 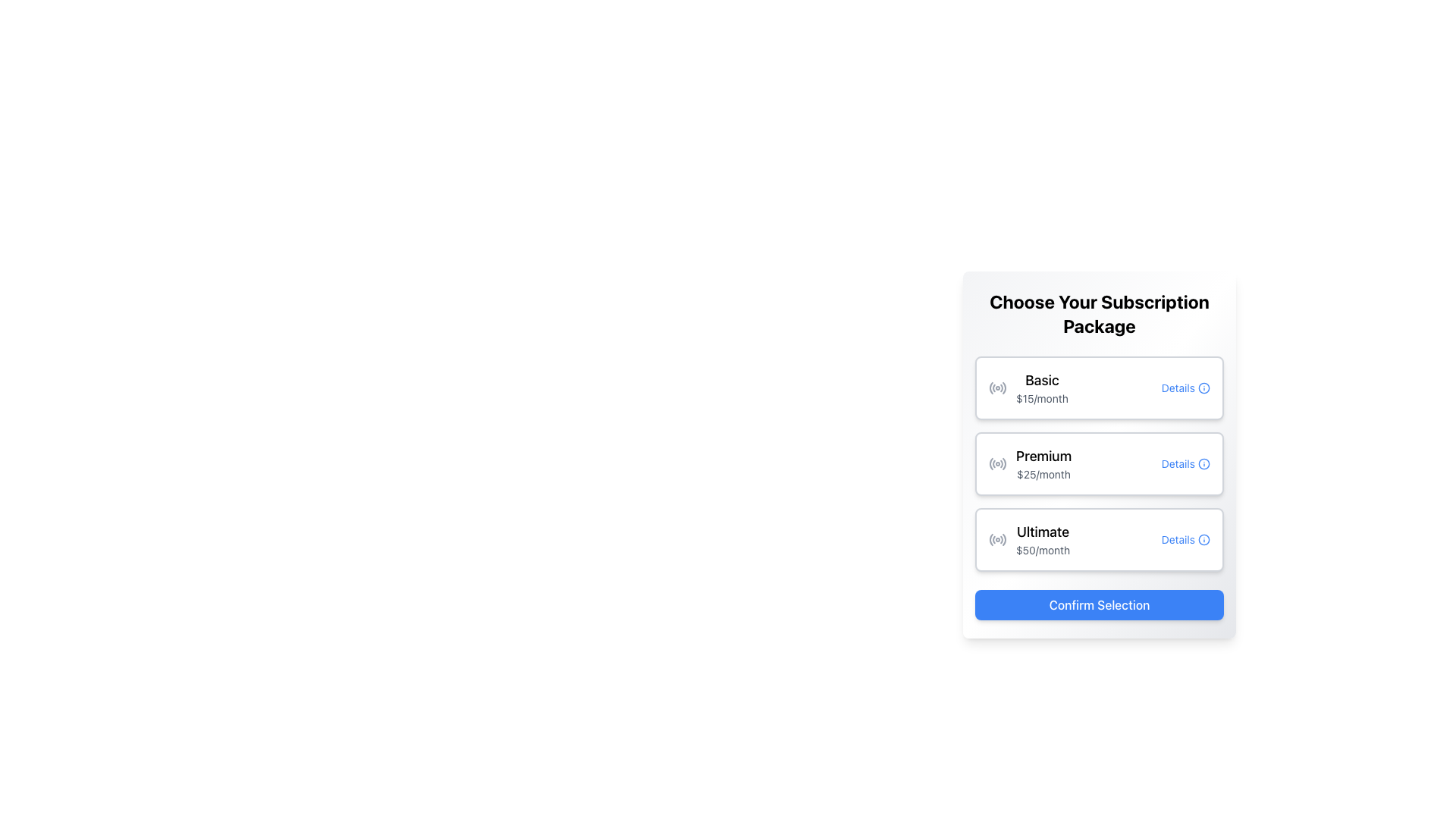 What do you see at coordinates (1203, 463) in the screenshot?
I see `the small circular information icon with a blue outline and lighter blue fill located to the right of the 'Premium' subscription option within the 'Details' button` at bounding box center [1203, 463].